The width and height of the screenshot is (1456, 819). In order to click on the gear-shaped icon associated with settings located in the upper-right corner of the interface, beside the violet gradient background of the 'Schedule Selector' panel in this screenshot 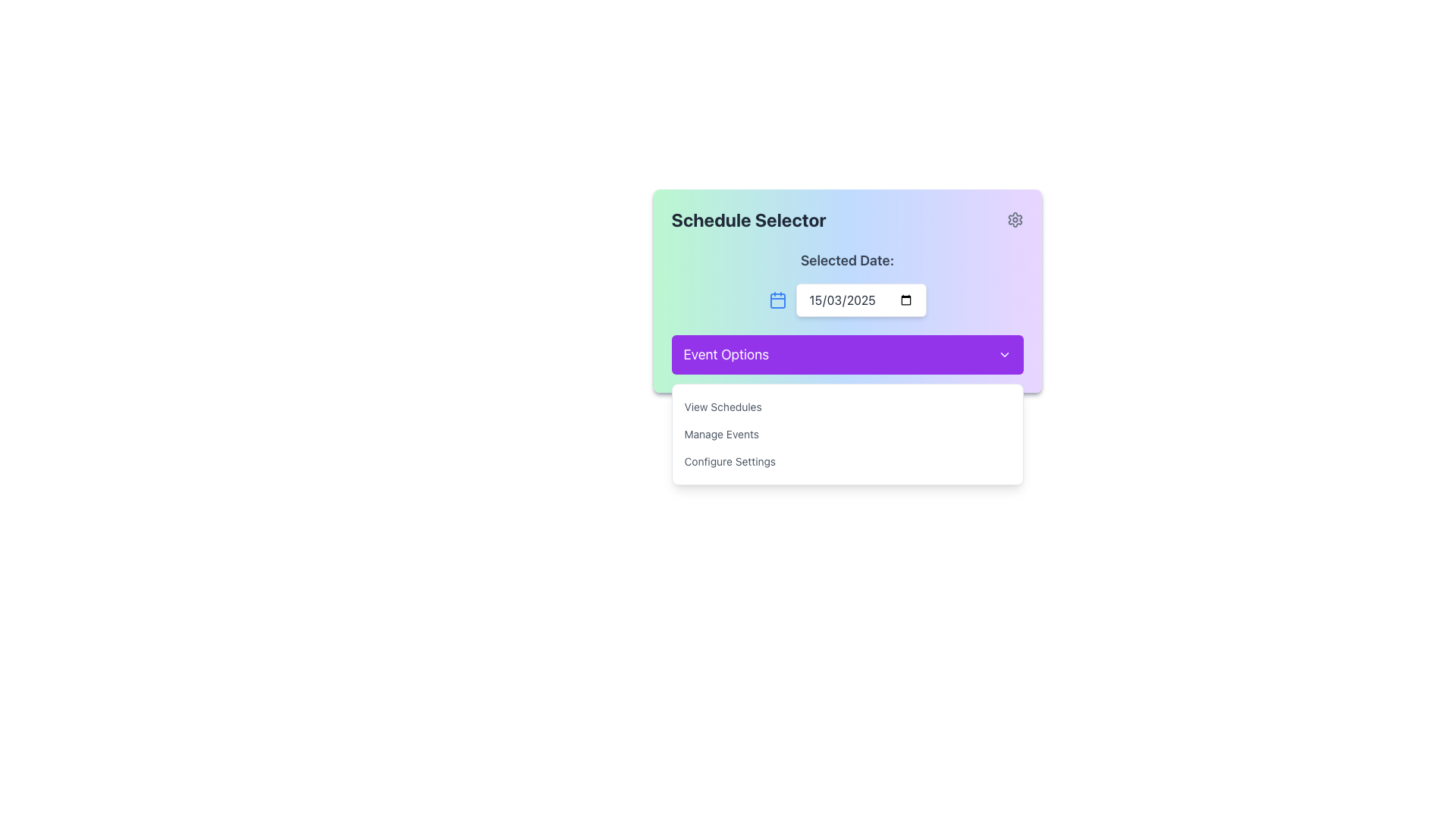, I will do `click(1015, 219)`.